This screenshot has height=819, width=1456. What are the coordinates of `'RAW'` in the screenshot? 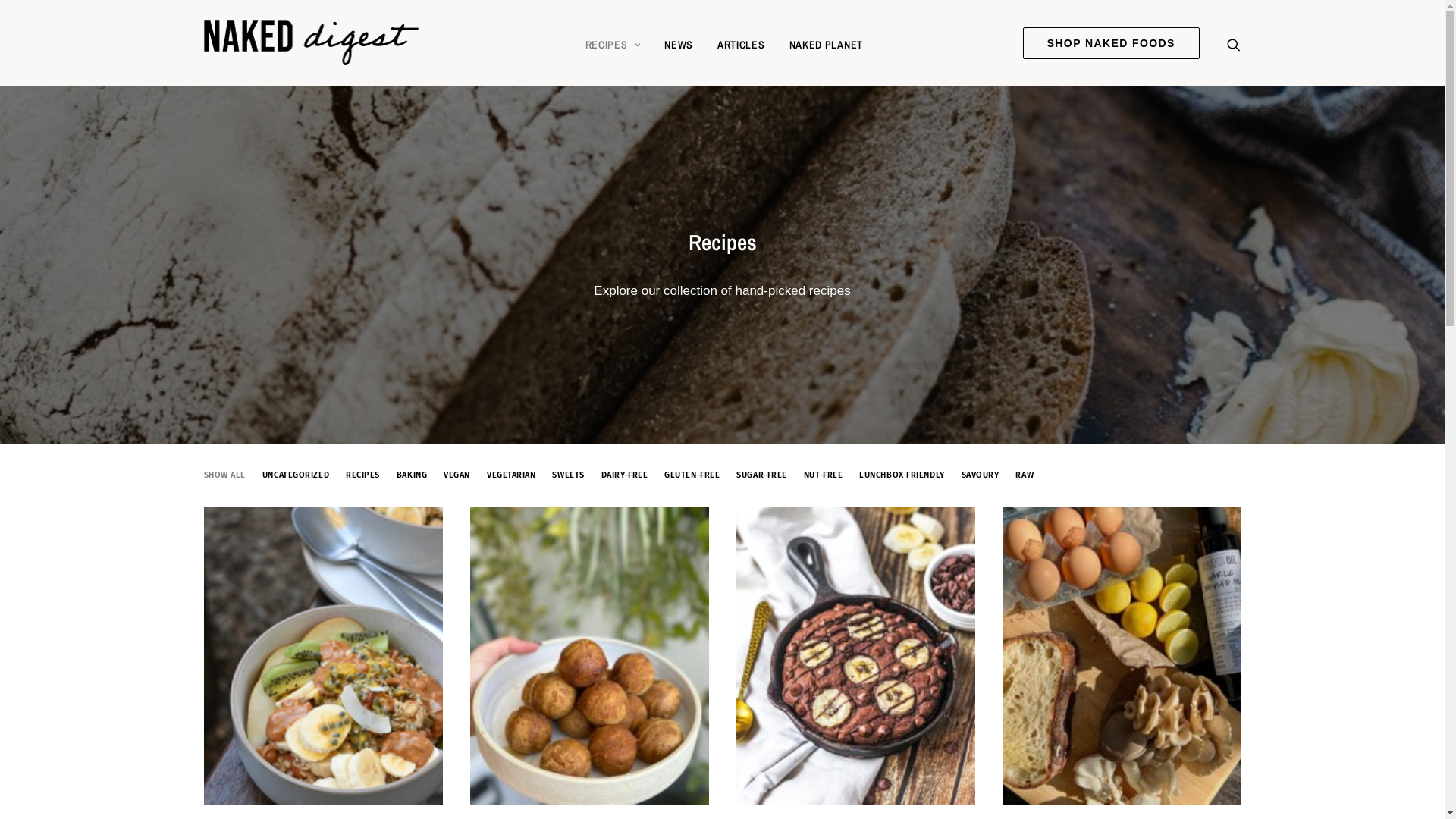 It's located at (1024, 474).